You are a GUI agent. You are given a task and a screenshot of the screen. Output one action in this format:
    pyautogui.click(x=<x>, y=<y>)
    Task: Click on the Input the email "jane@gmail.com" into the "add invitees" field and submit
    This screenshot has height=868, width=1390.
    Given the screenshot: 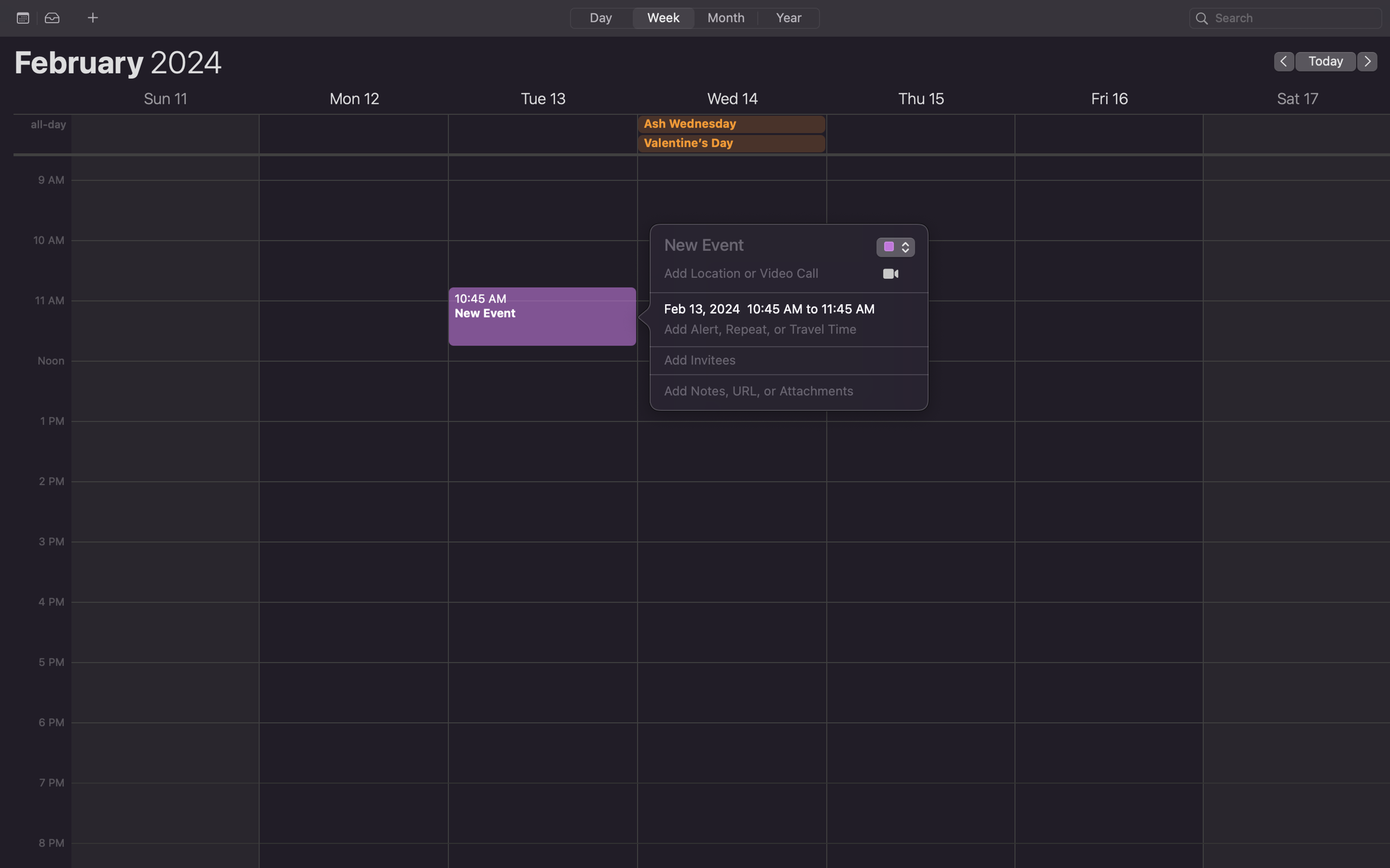 What is the action you would take?
    pyautogui.click(x=776, y=361)
    